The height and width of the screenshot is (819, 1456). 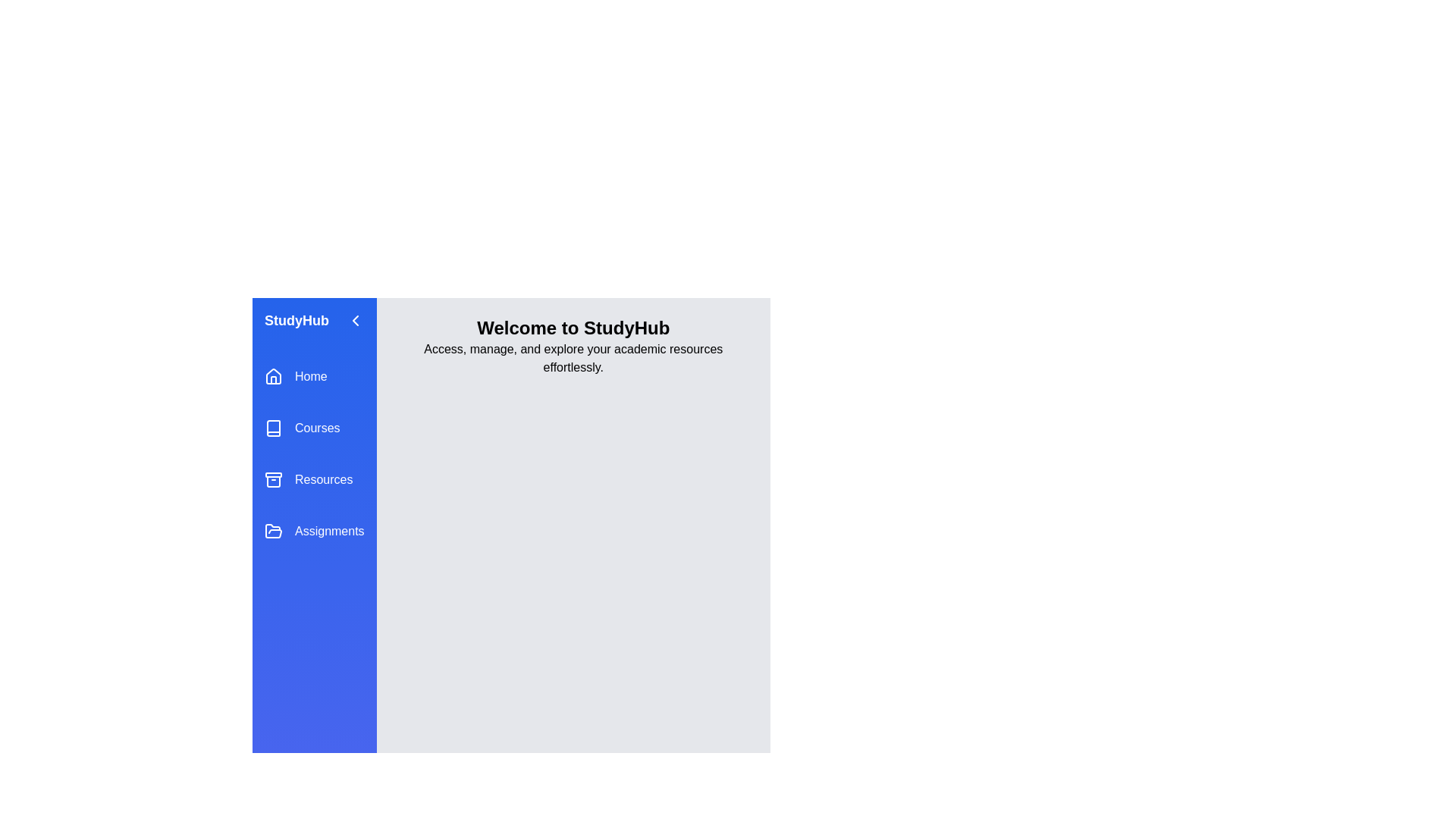 What do you see at coordinates (313, 479) in the screenshot?
I see `the menu item Resources from the drawer` at bounding box center [313, 479].